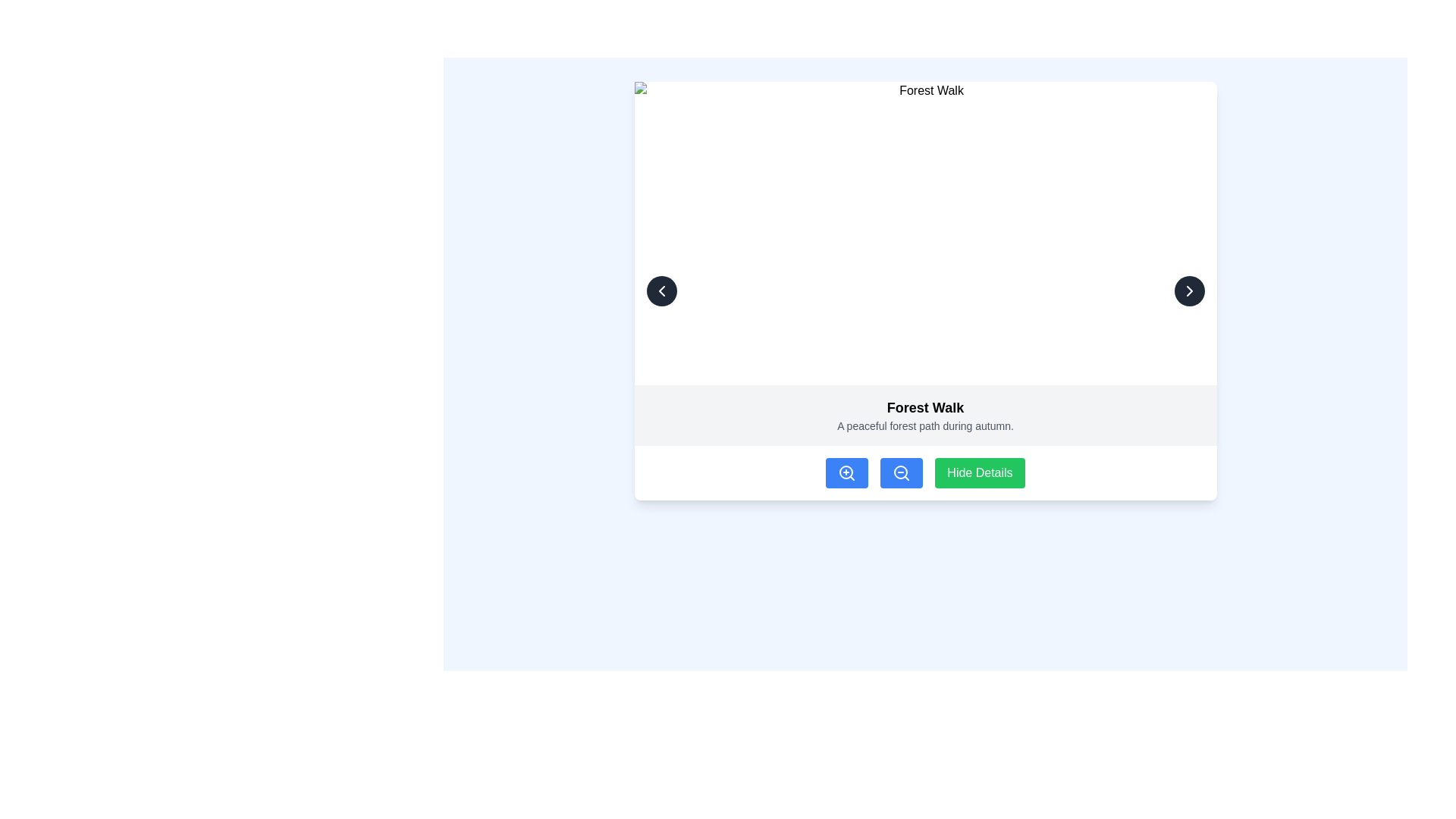 This screenshot has height=819, width=1456. Describe the element at coordinates (1188, 291) in the screenshot. I see `the icon within the circular button located in the top-right corner of the dialog` at that location.